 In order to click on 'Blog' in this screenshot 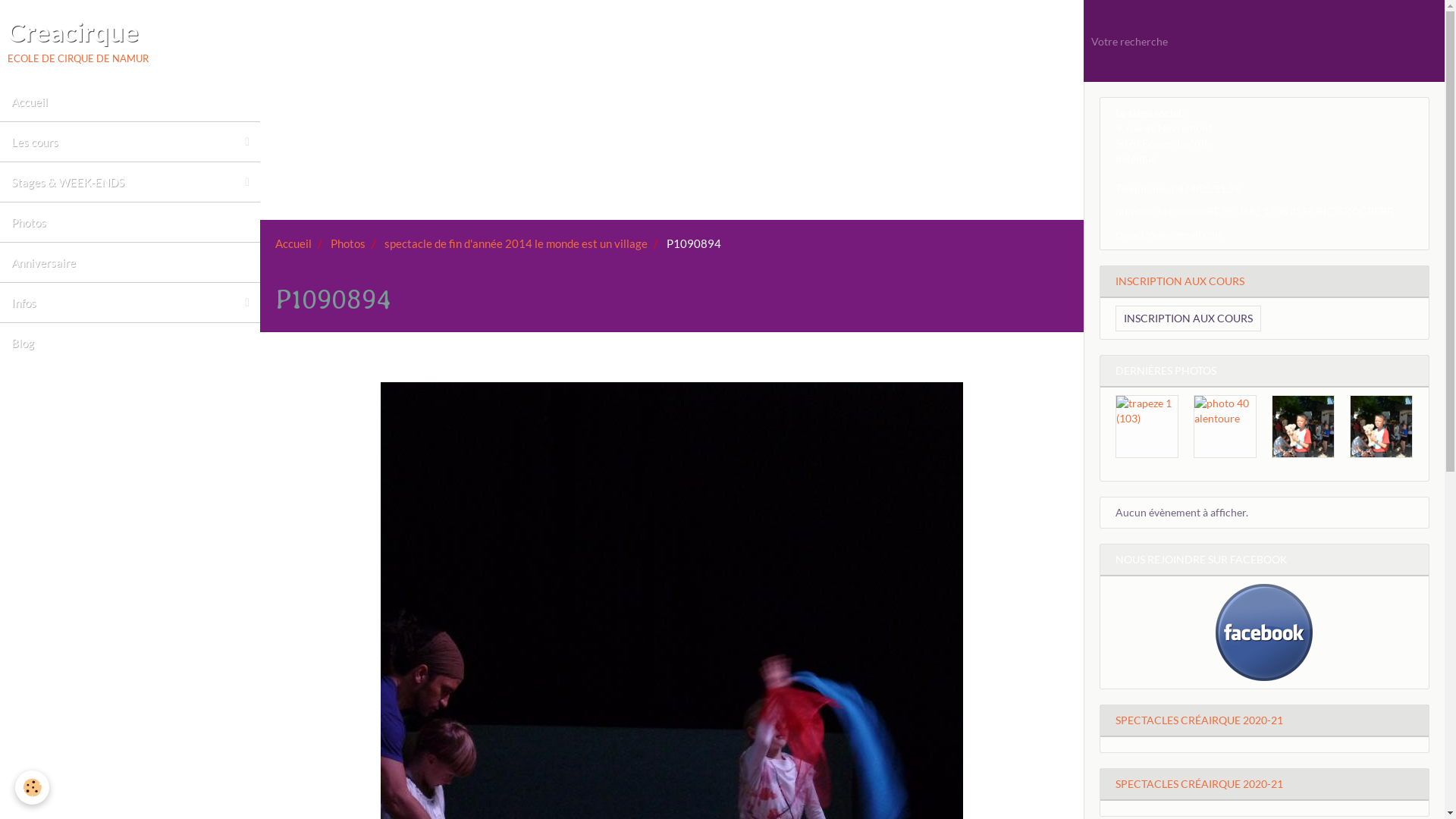, I will do `click(0, 342)`.